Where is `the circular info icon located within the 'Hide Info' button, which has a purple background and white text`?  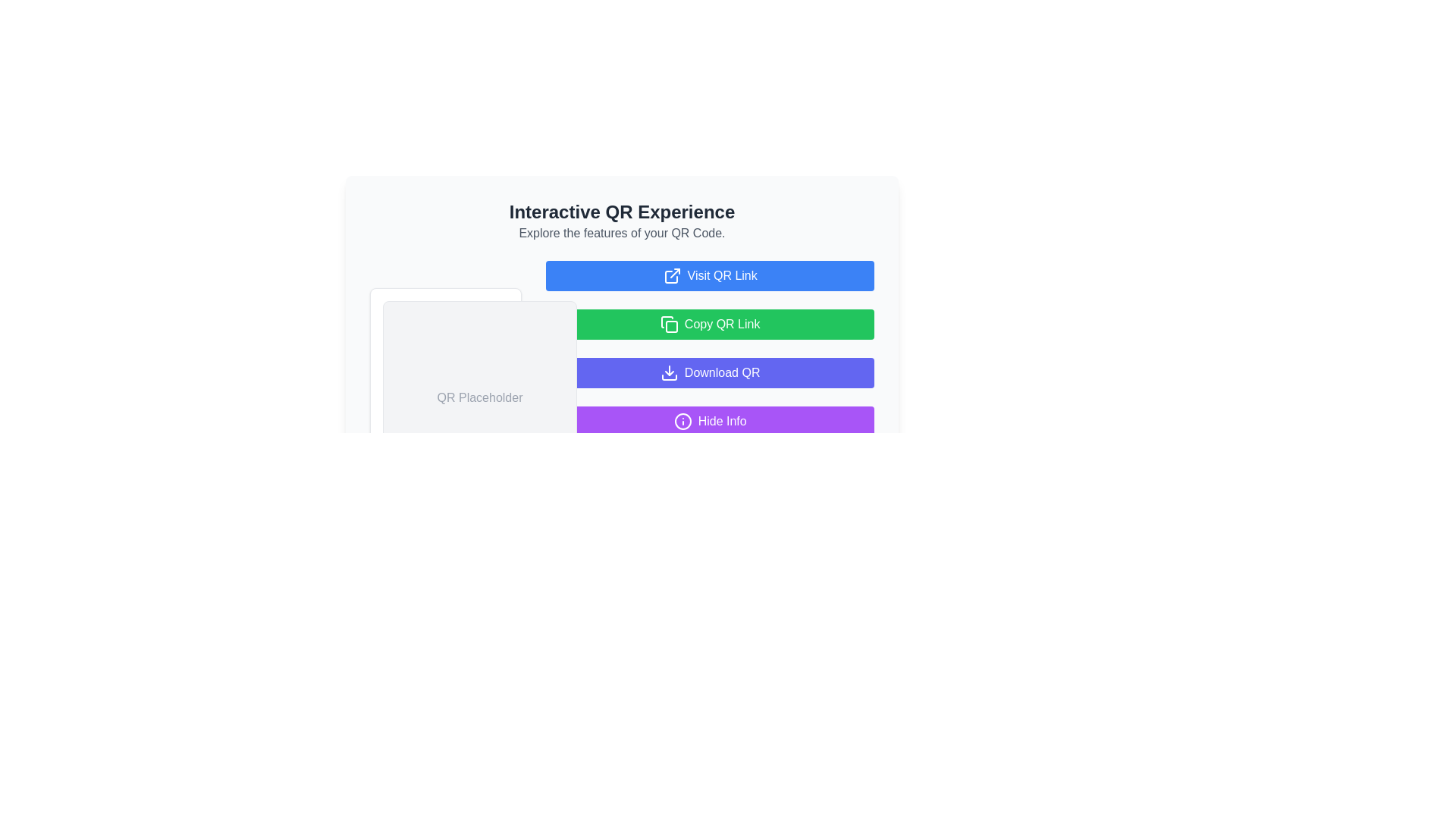 the circular info icon located within the 'Hide Info' button, which has a purple background and white text is located at coordinates (682, 421).